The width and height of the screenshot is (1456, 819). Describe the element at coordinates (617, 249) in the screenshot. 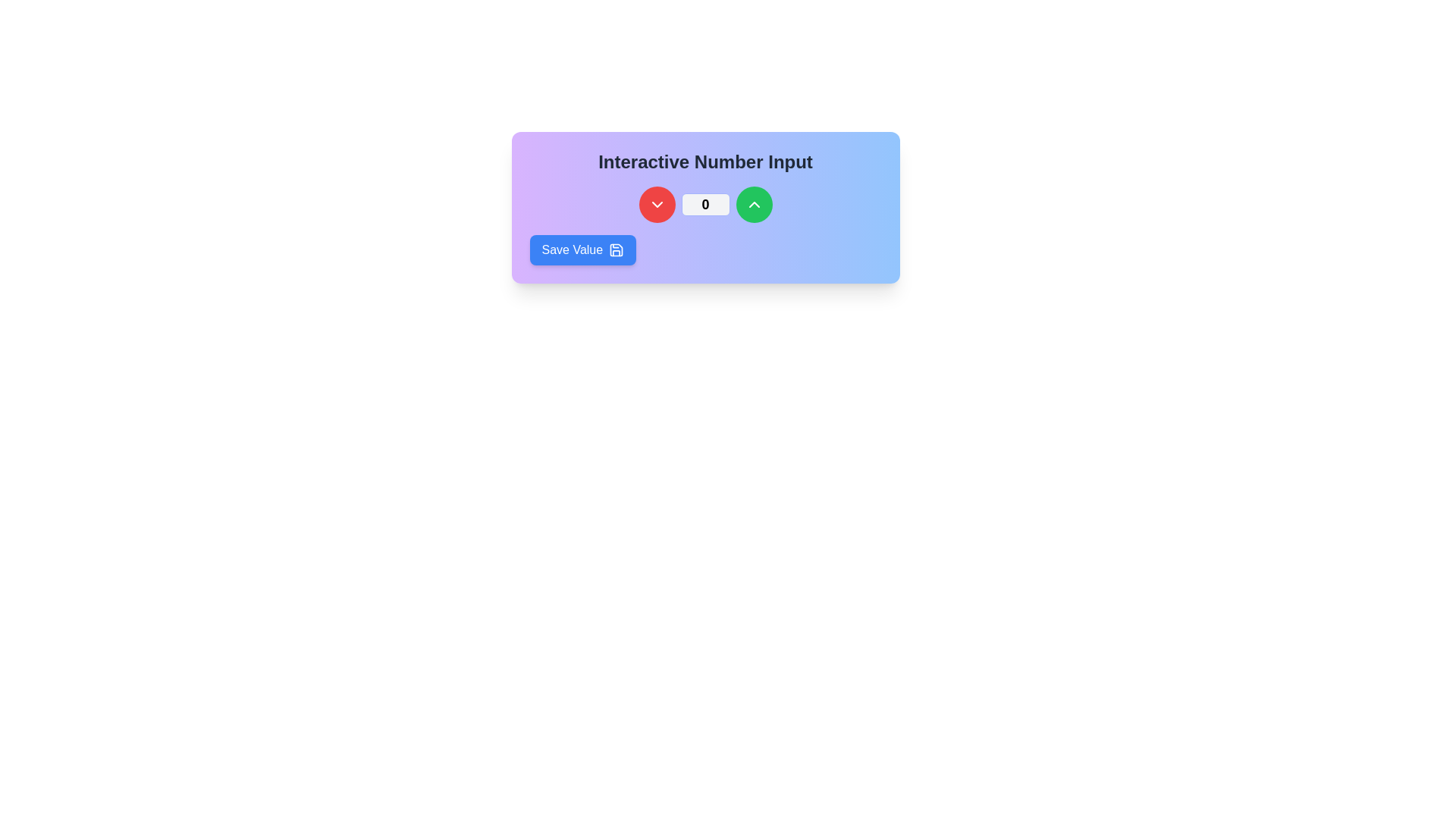

I see `the save icon, which resembles a traditional floppy disk, located to the right of the 'Save Value' text in the button` at that location.